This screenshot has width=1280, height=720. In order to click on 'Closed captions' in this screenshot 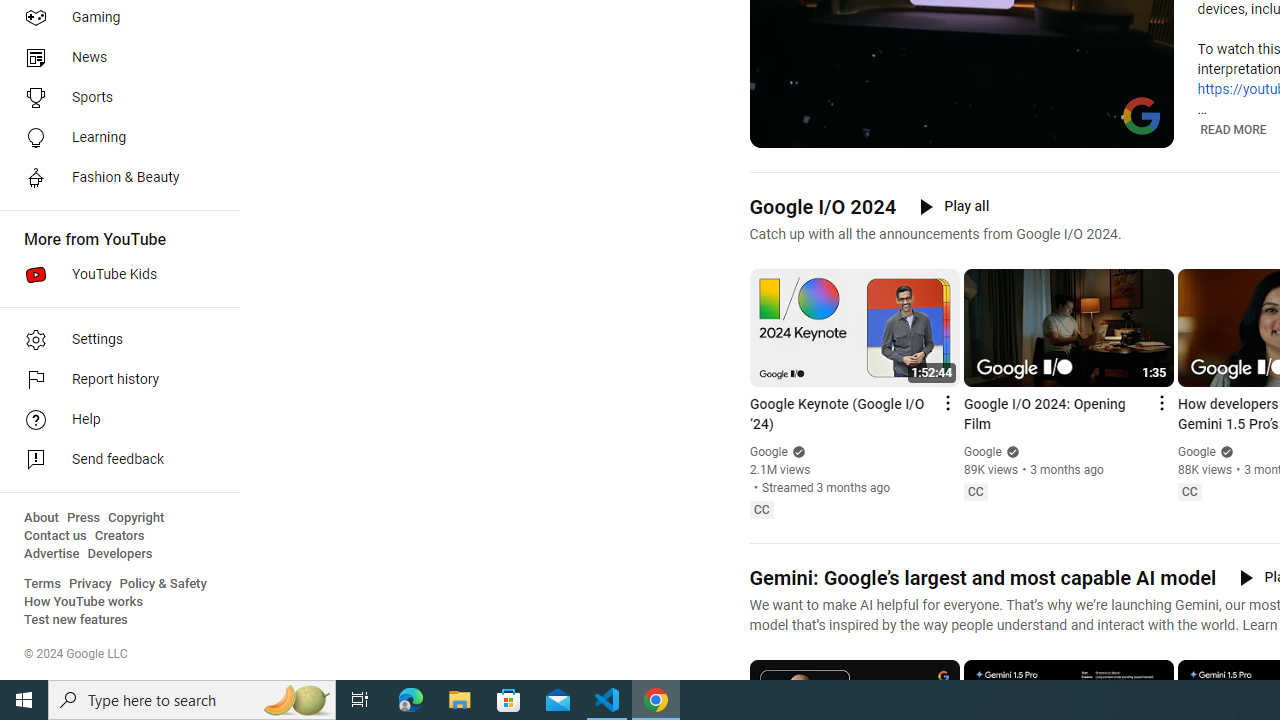, I will do `click(1189, 492)`.